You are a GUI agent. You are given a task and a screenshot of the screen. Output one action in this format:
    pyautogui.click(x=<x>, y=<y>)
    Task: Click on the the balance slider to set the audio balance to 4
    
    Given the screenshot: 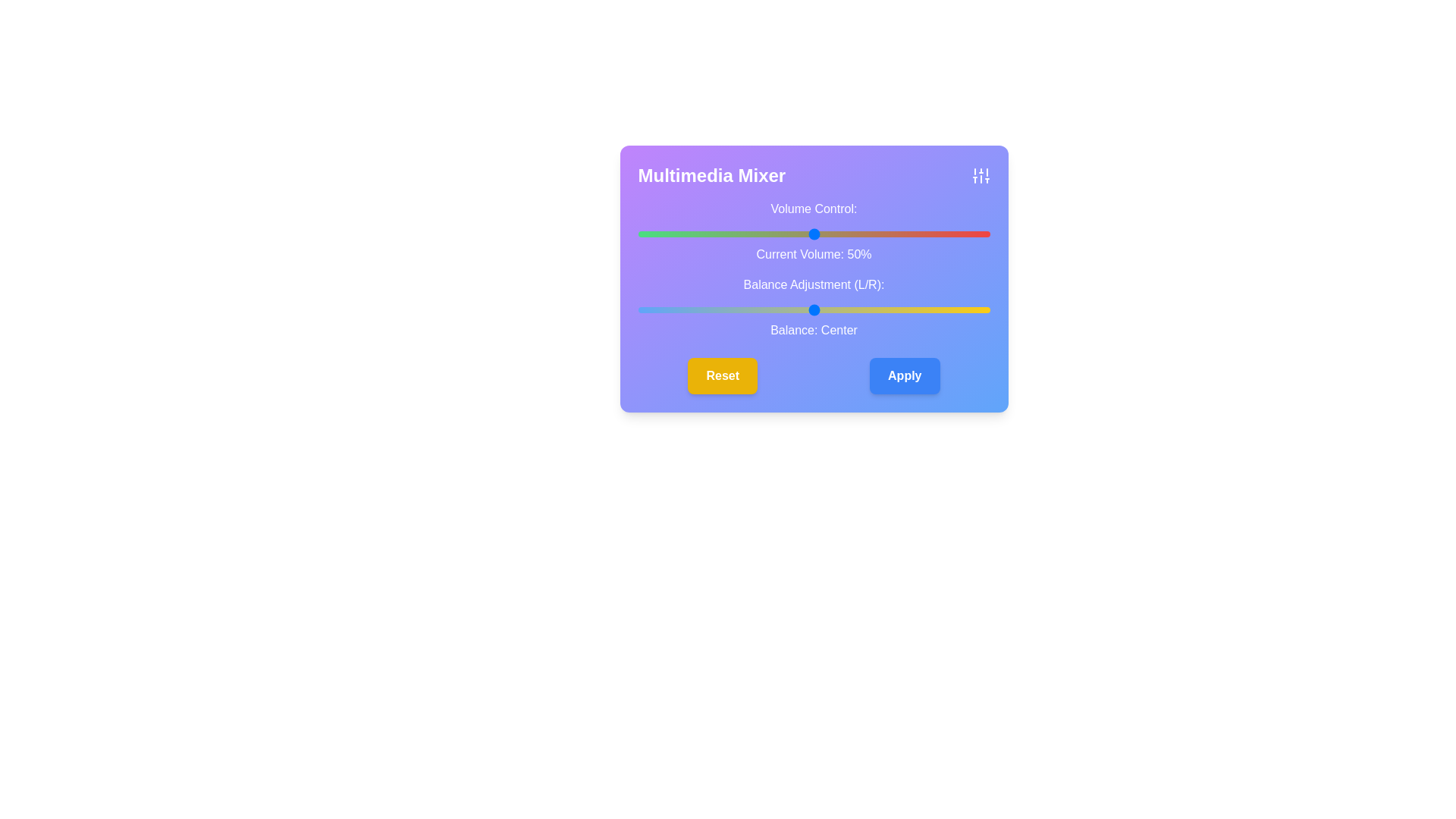 What is the action you would take?
    pyautogui.click(x=827, y=309)
    